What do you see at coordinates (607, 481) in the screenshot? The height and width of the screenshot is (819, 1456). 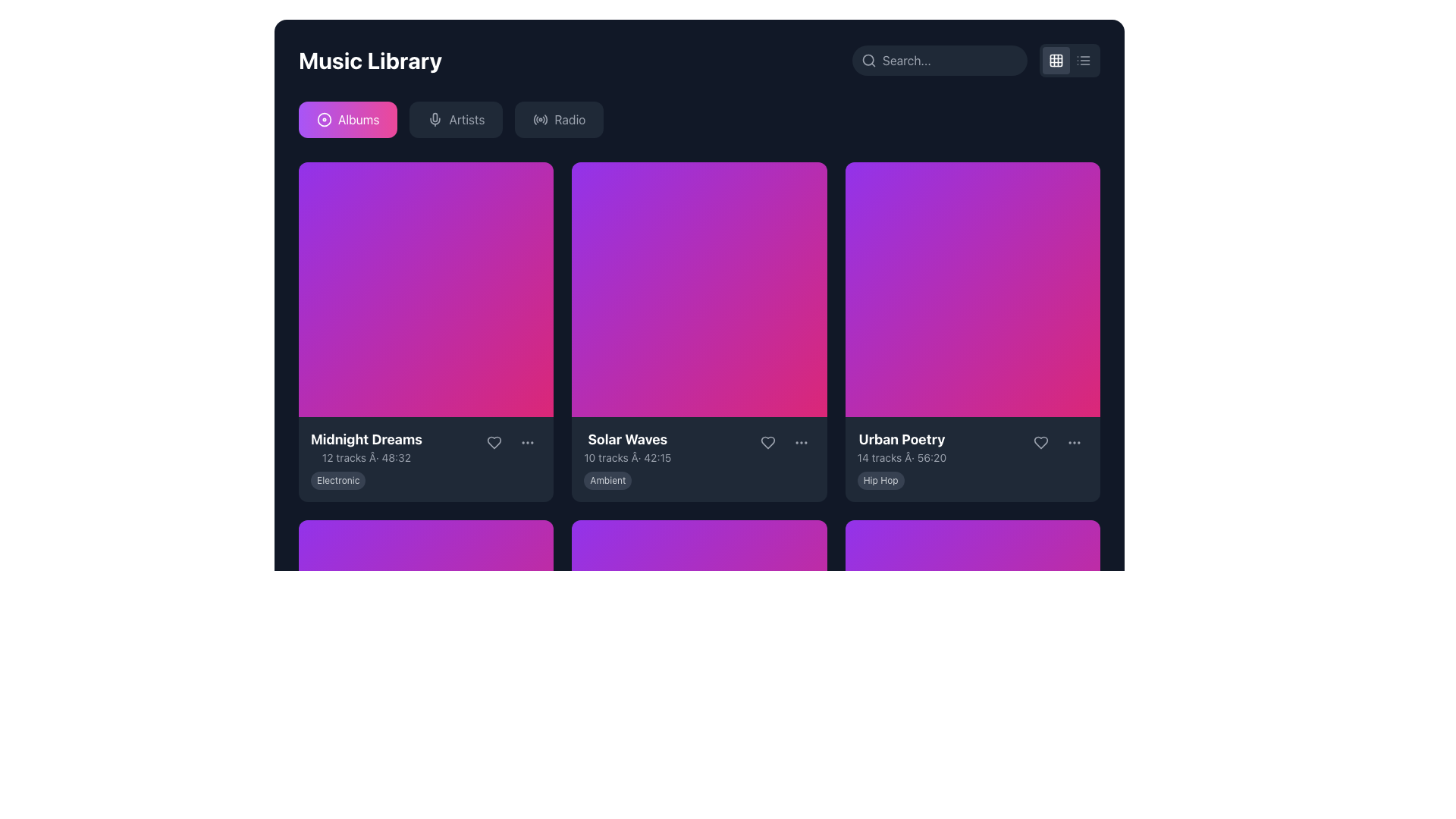 I see `the tag label with gray text 'Ambient' on a dark gray background, located in the lower section of the 'Solar Waves' card` at bounding box center [607, 481].